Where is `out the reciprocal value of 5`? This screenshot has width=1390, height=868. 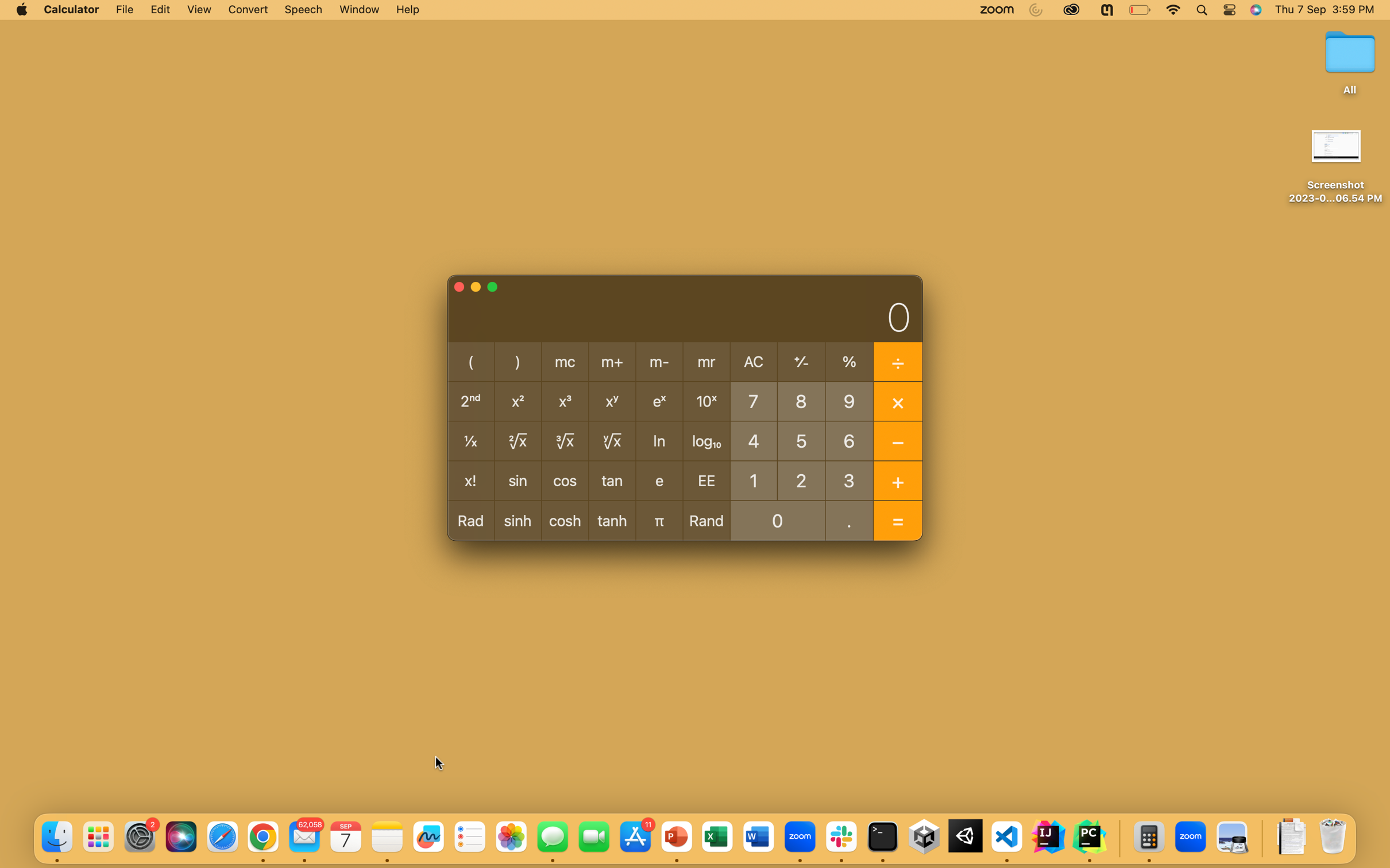
out the reciprocal value of 5 is located at coordinates (801, 439).